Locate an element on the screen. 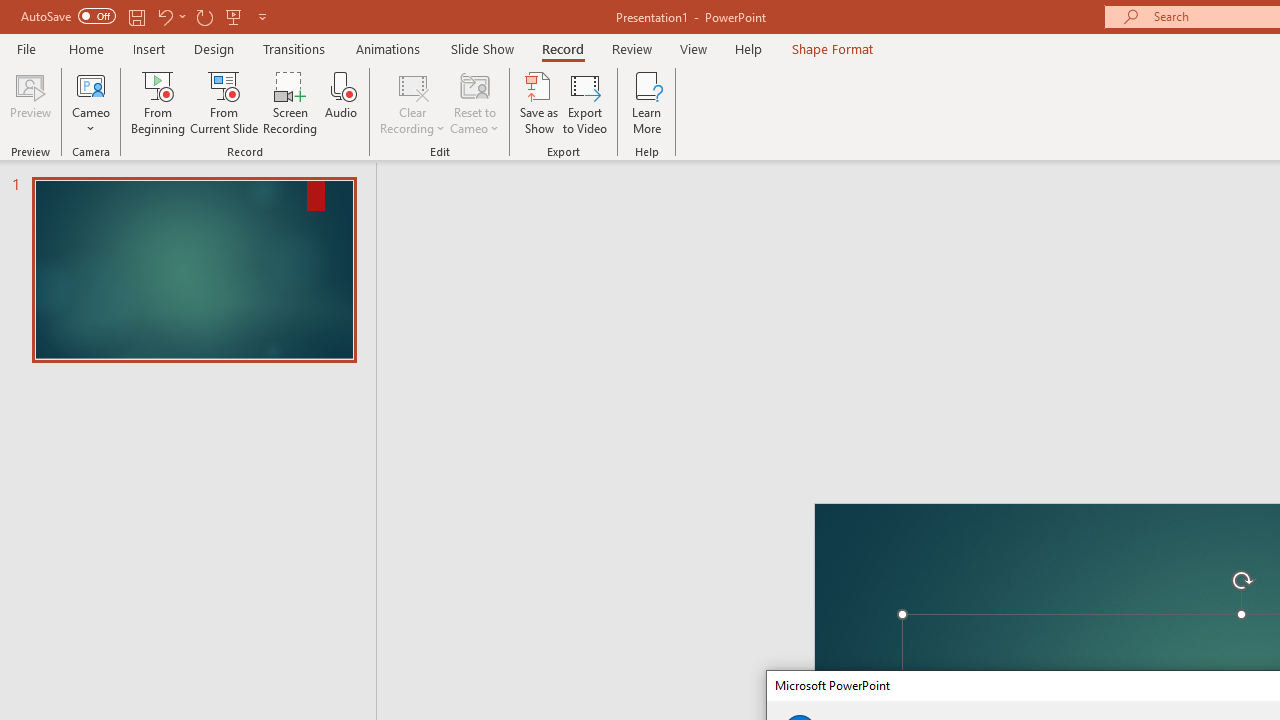 The image size is (1280, 720). 'Audio' is located at coordinates (341, 103).